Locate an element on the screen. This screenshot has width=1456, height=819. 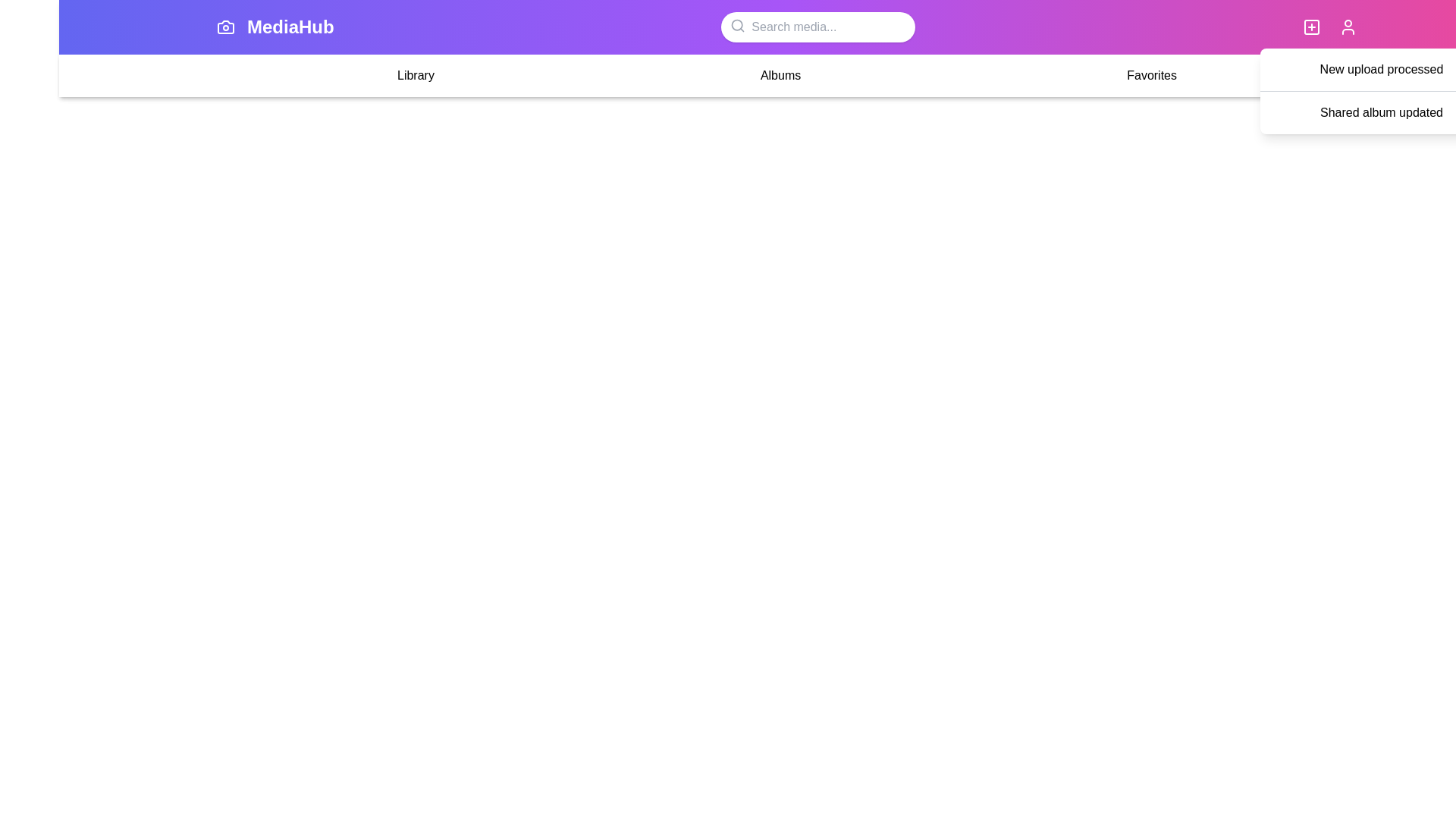
the PlusSquare icon to add new media is located at coordinates (1310, 27).